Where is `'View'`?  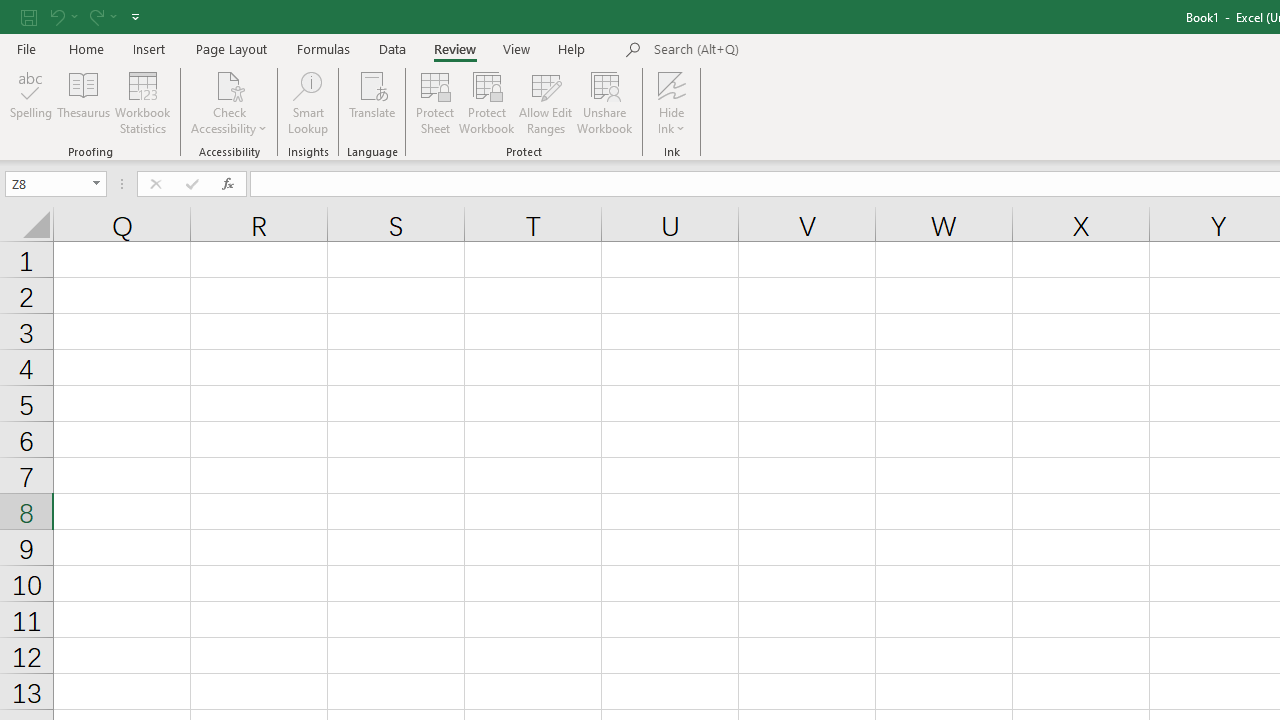
'View' is located at coordinates (517, 48).